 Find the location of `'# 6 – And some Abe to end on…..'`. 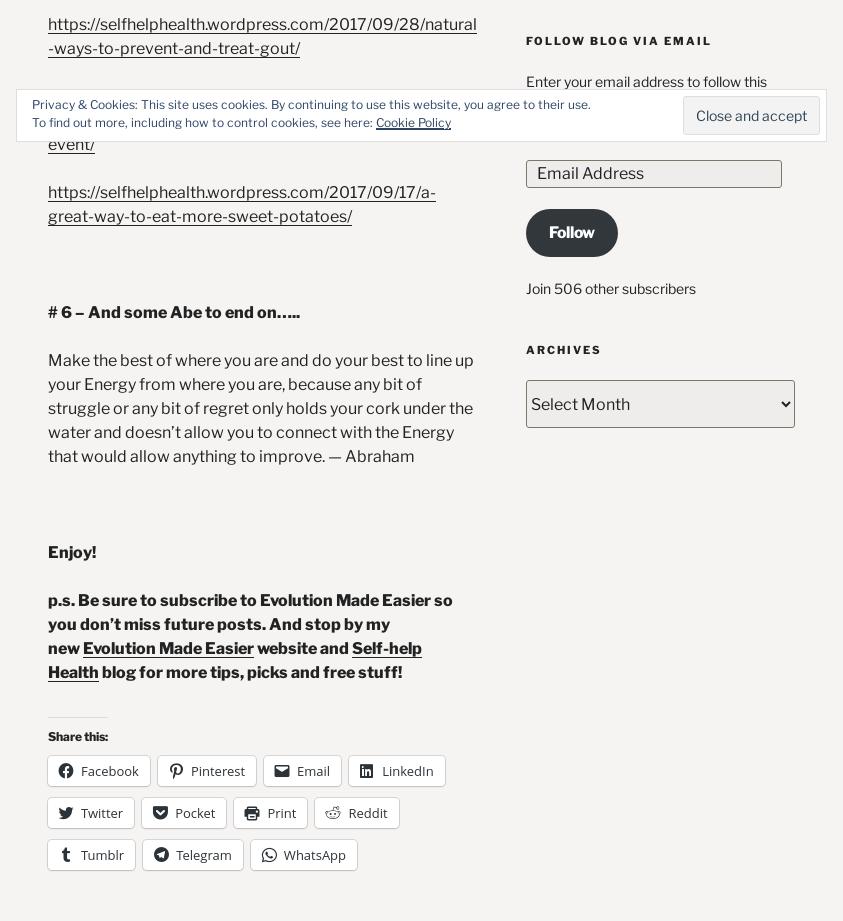

'# 6 – And some Abe to end on…..' is located at coordinates (46, 311).